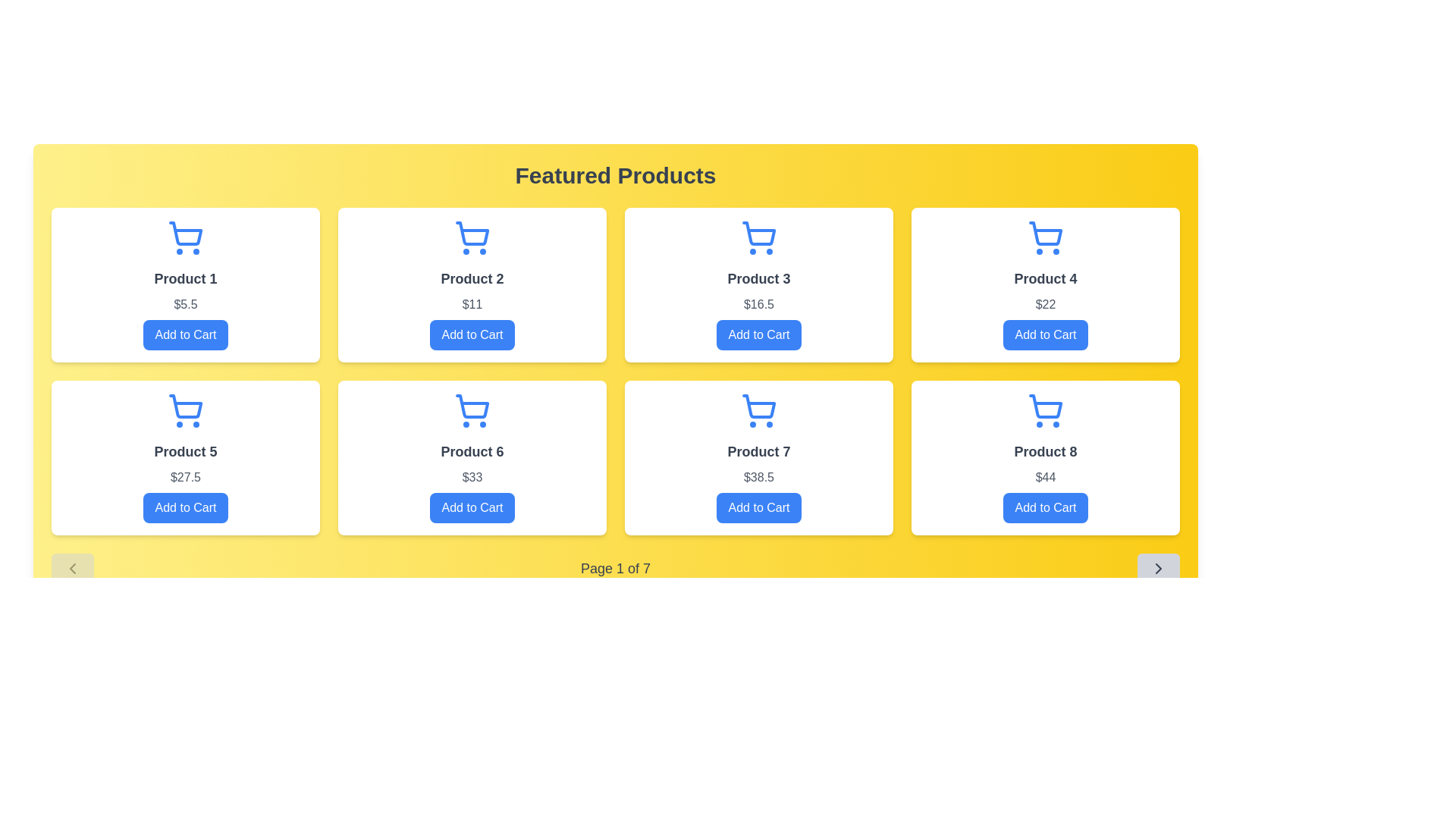 The height and width of the screenshot is (819, 1456). Describe the element at coordinates (1044, 237) in the screenshot. I see `the shopping cart icon located at the top-center of the fourth product card, which signifies the action of adding a product to the cart` at that location.